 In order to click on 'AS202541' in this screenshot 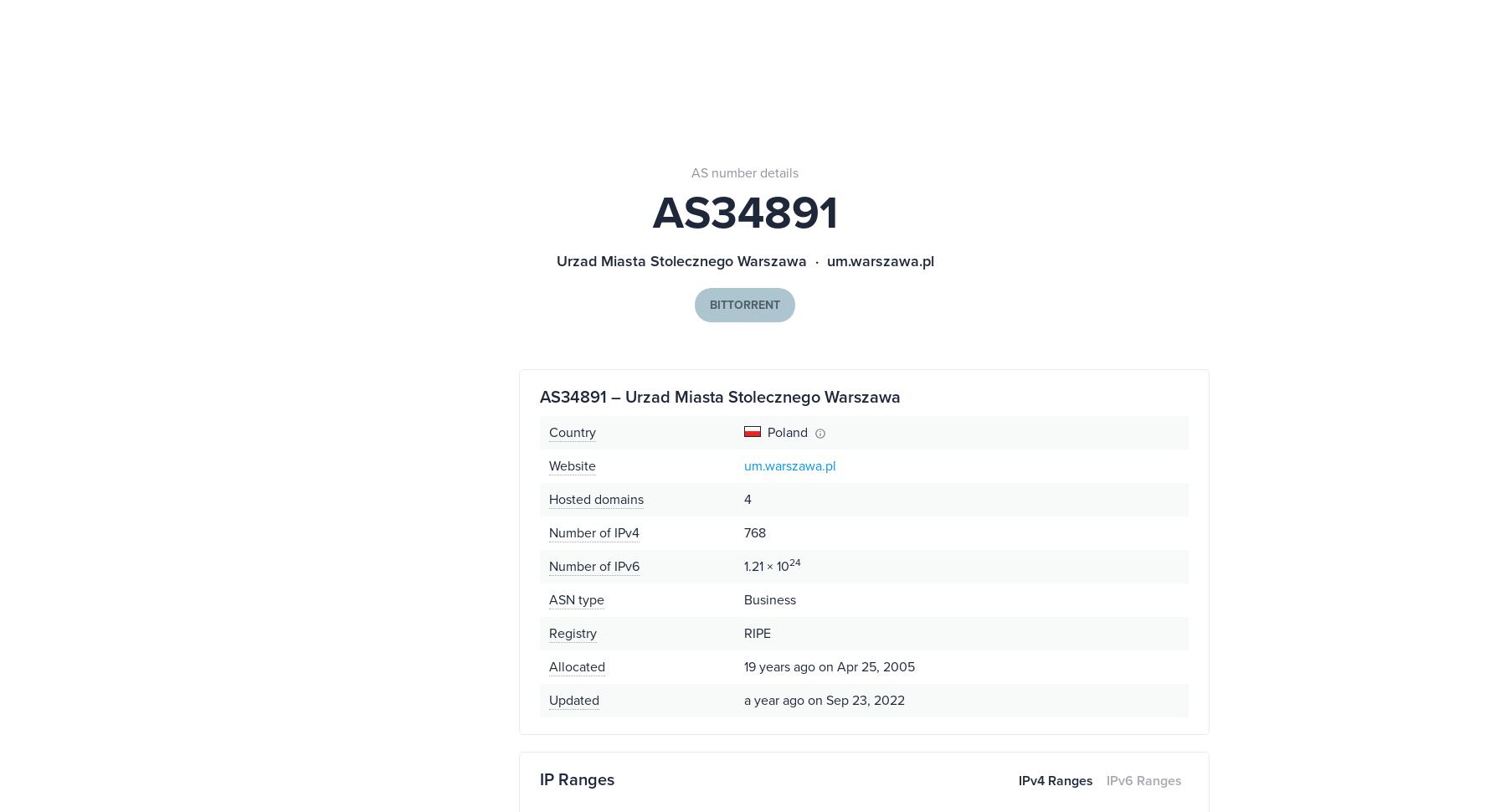, I will do `click(933, 53)`.